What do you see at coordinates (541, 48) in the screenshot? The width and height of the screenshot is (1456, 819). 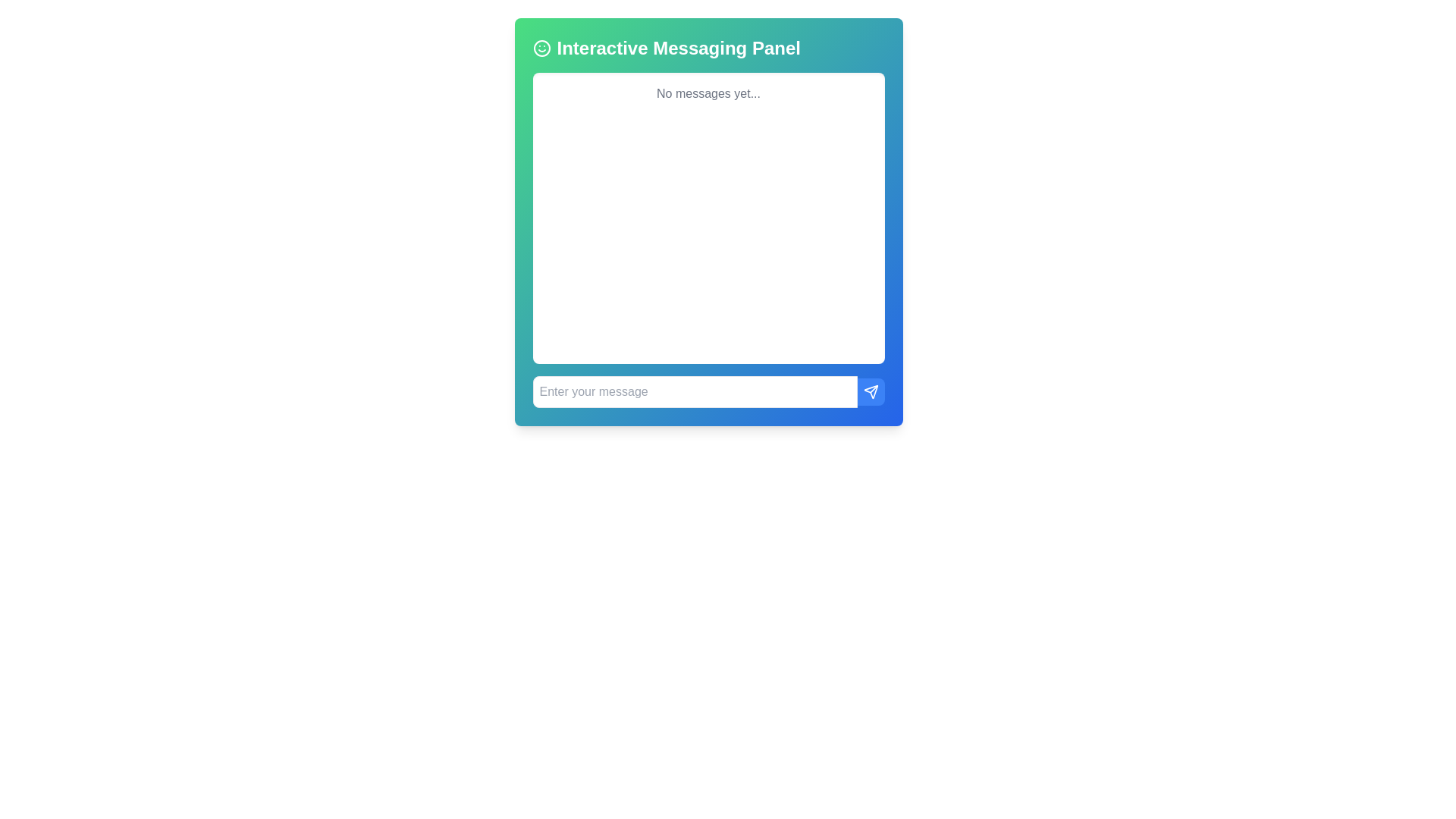 I see `the circular smiley face icon located at the top-left corner of the 'Interactive Messaging Panel', which features a white circle outline, two small dots for eyes, and a curved line for a smile on a green background` at bounding box center [541, 48].